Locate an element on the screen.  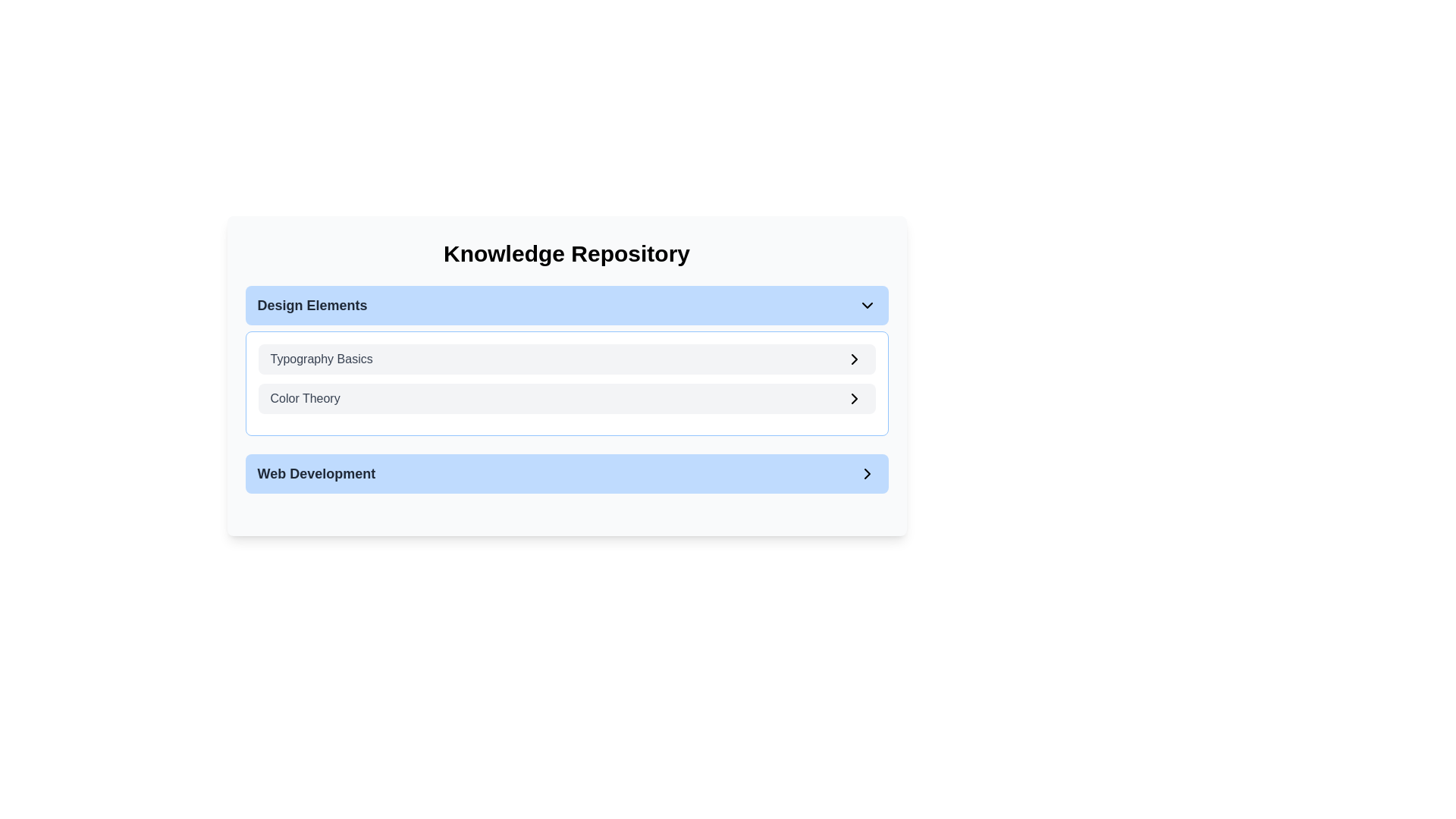
the second text label under the 'Design Elements' section in the 'Knowledge Repository' is located at coordinates (304, 397).